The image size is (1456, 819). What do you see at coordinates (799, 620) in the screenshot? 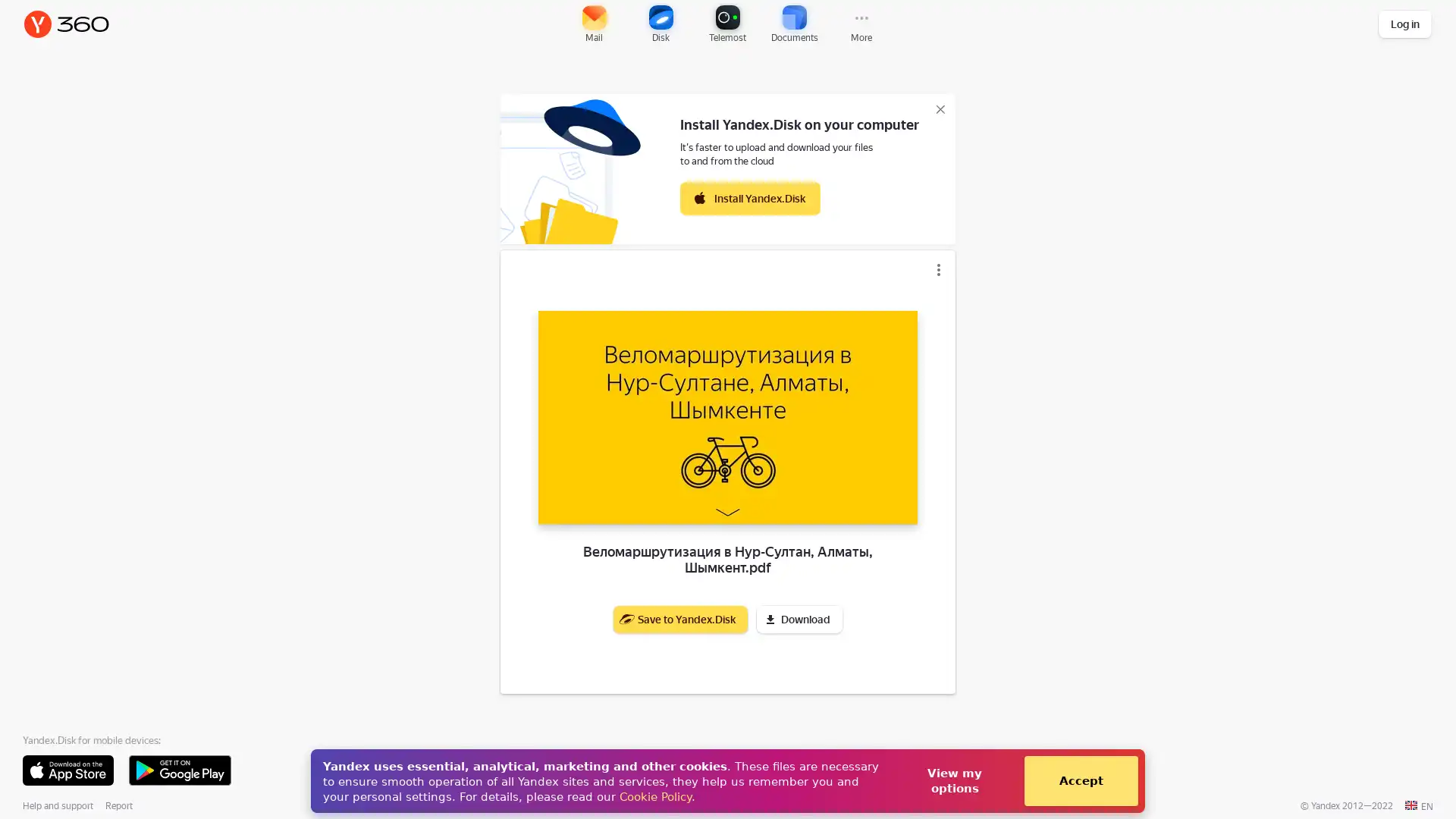
I see `Download` at bounding box center [799, 620].